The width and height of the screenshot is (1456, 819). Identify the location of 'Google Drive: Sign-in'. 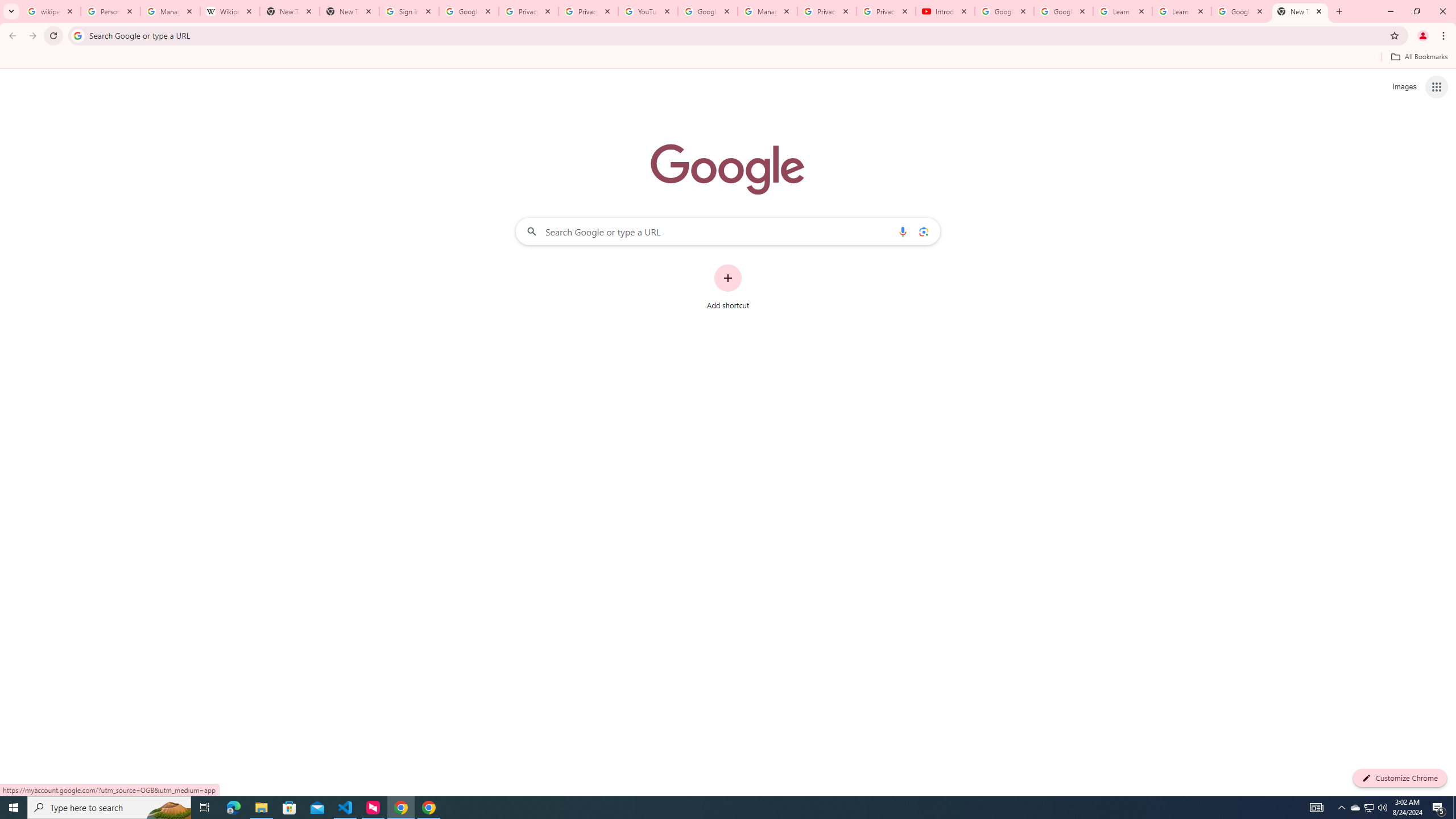
(468, 11).